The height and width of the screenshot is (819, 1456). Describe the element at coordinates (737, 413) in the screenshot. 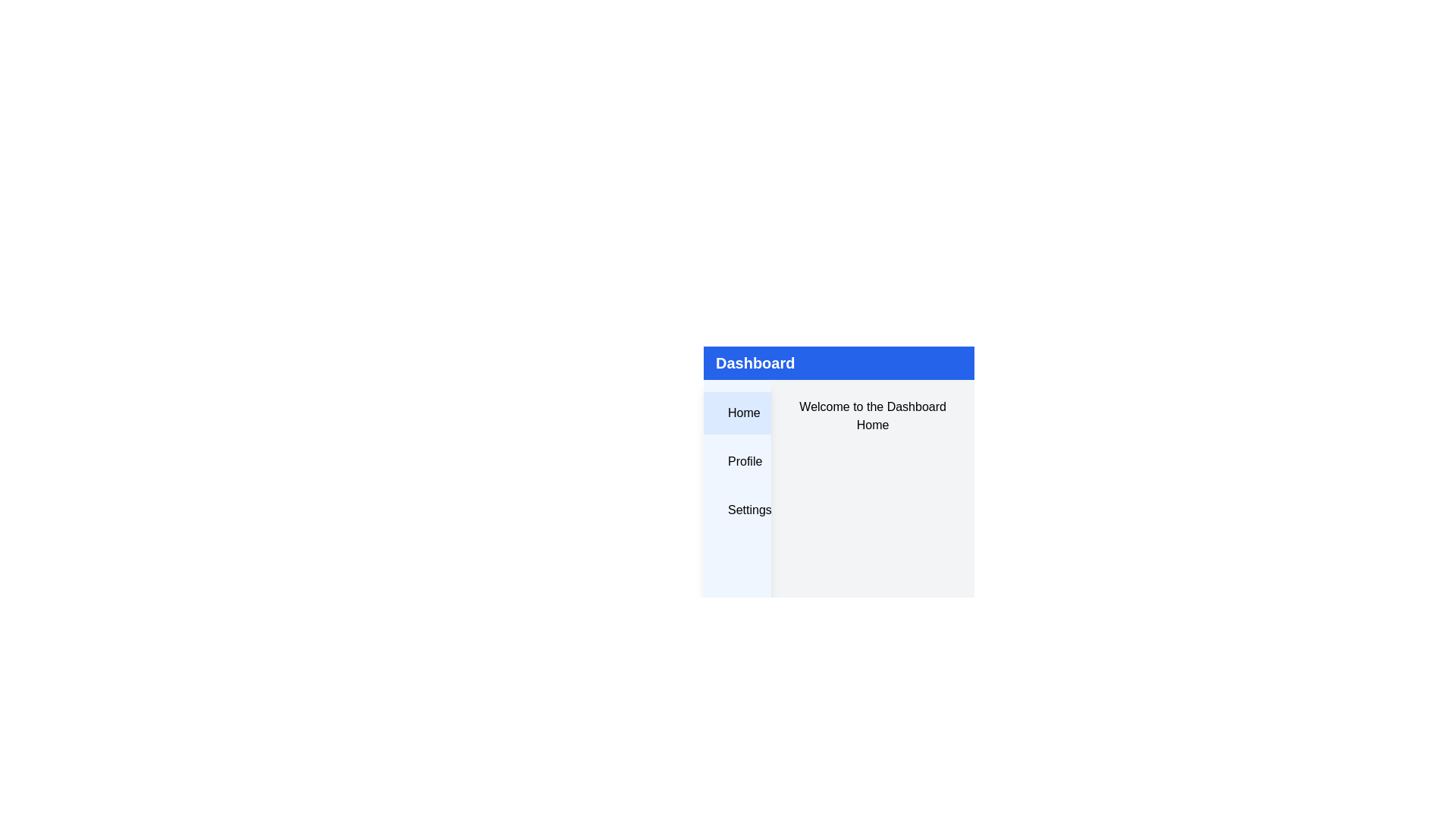

I see `the menu item labeled Home to navigate to the corresponding section` at that location.